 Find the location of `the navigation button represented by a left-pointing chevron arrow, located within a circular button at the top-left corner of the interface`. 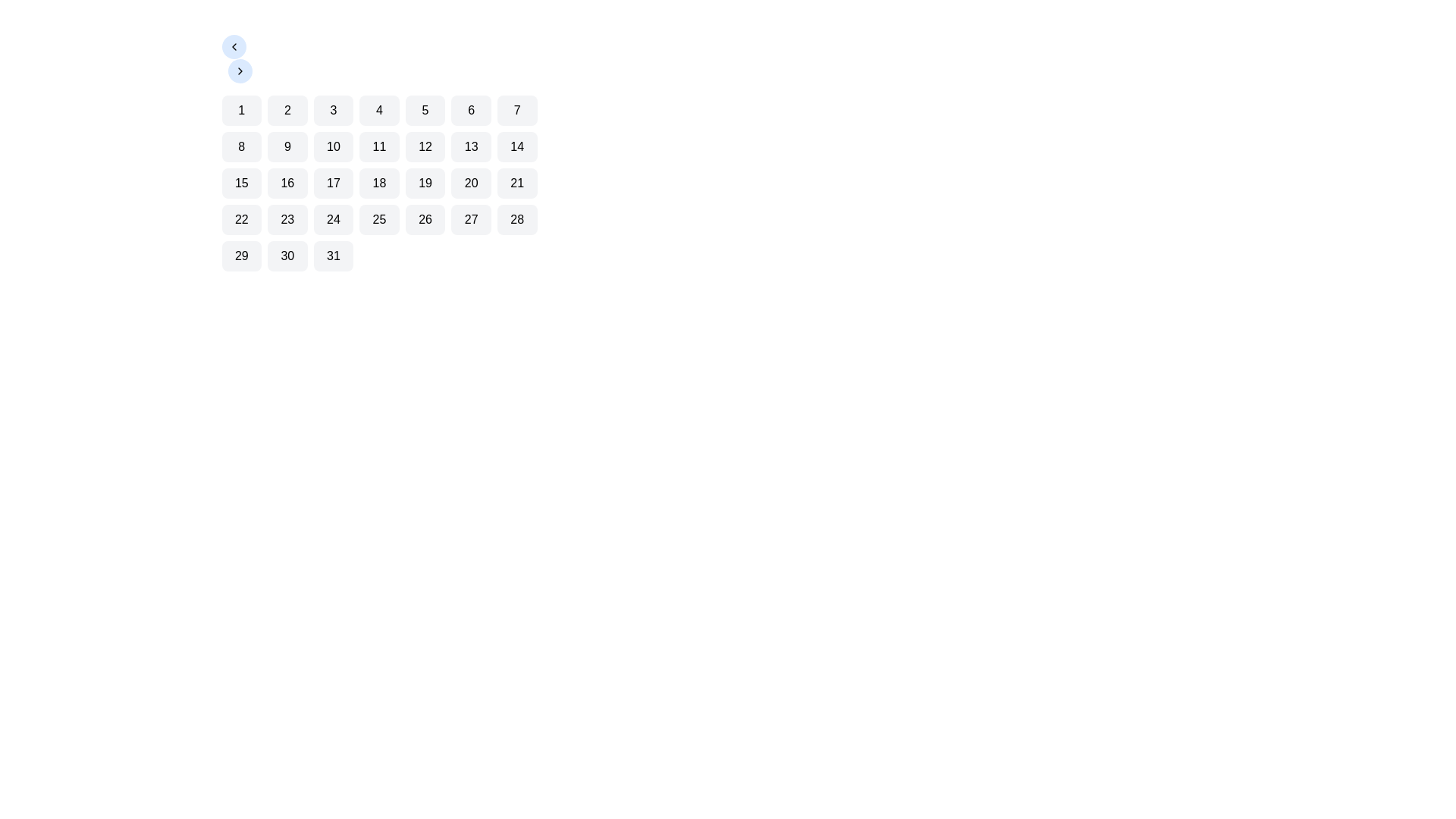

the navigation button represented by a left-pointing chevron arrow, located within a circular button at the top-left corner of the interface is located at coordinates (233, 45).